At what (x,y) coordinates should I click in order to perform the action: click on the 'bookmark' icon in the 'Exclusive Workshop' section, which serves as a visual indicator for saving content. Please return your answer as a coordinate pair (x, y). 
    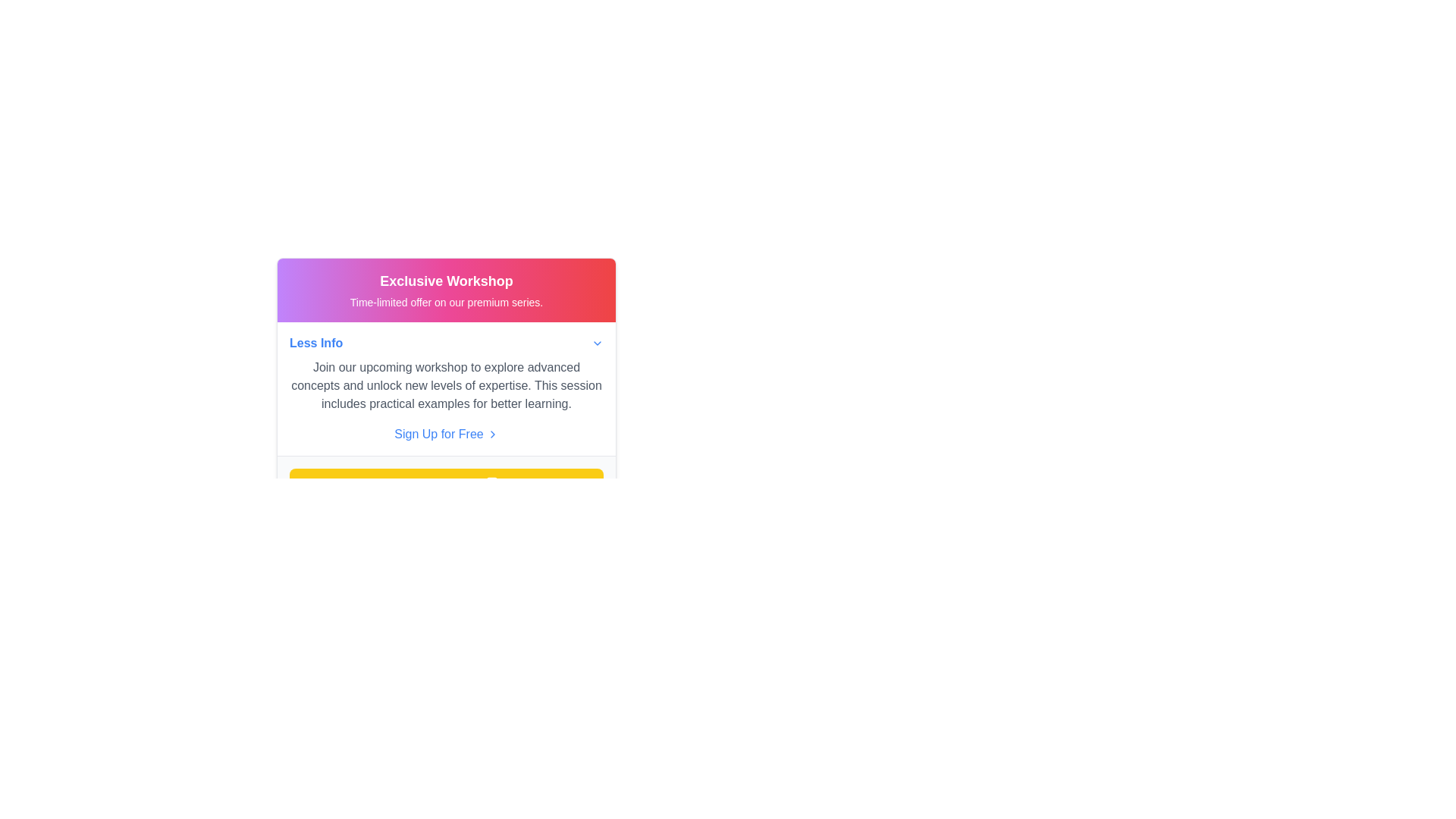
    Looking at the image, I should click on (492, 483).